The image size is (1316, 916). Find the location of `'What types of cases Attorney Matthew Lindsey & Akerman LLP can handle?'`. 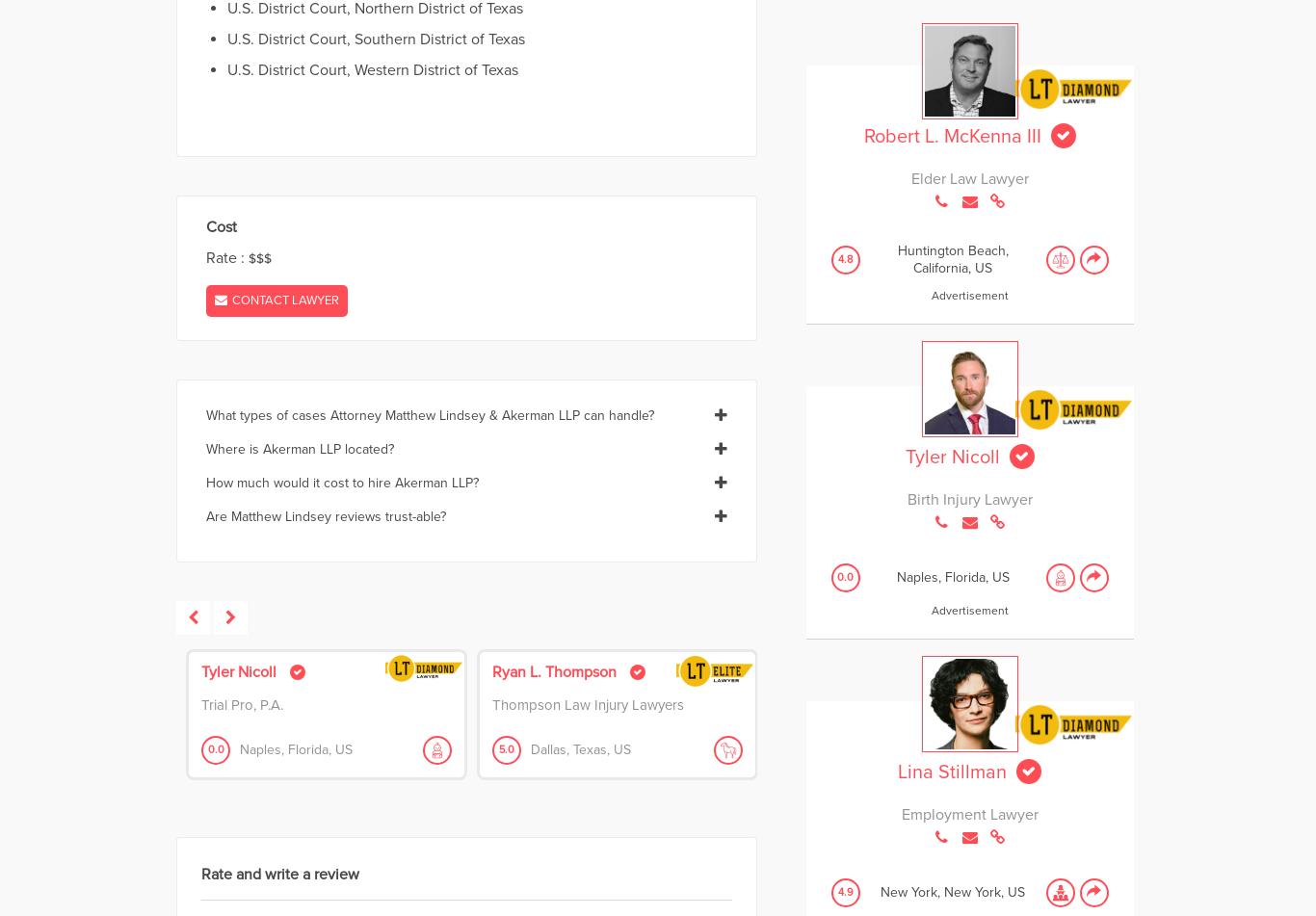

'What types of cases Attorney Matthew Lindsey & Akerman LLP can handle?' is located at coordinates (429, 415).